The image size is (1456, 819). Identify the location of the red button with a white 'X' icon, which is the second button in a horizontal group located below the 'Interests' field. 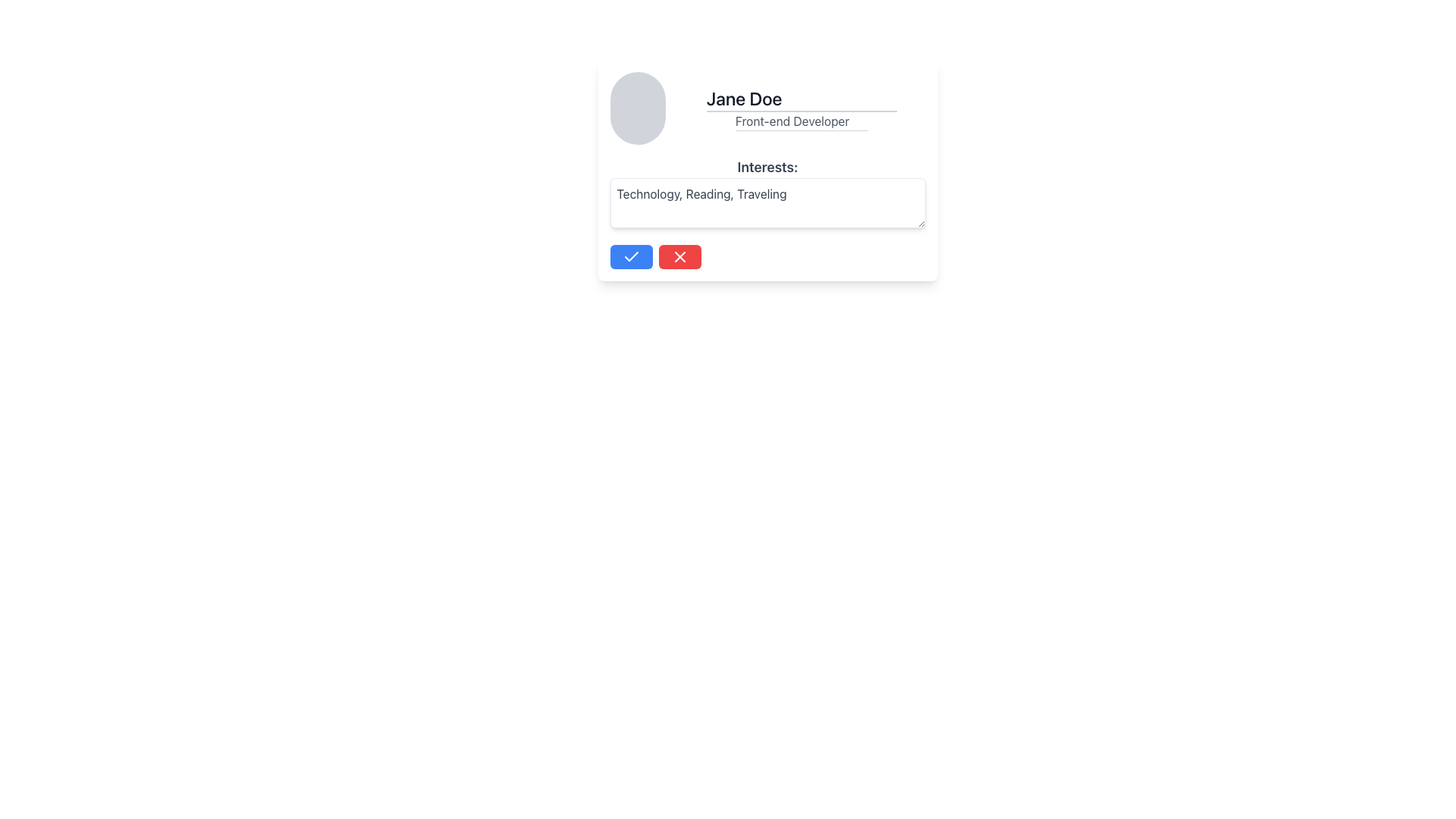
(679, 256).